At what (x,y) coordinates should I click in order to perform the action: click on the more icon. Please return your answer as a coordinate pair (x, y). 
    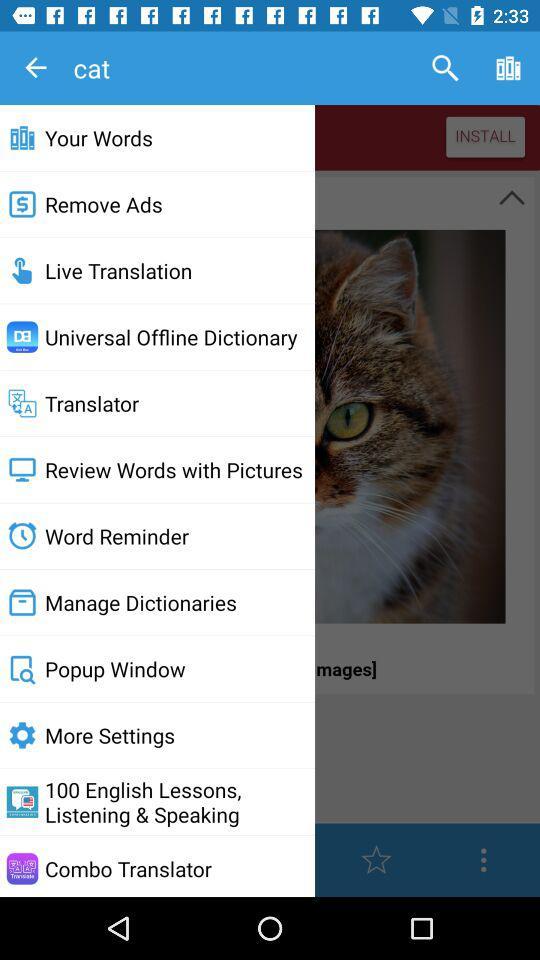
    Looking at the image, I should click on (482, 859).